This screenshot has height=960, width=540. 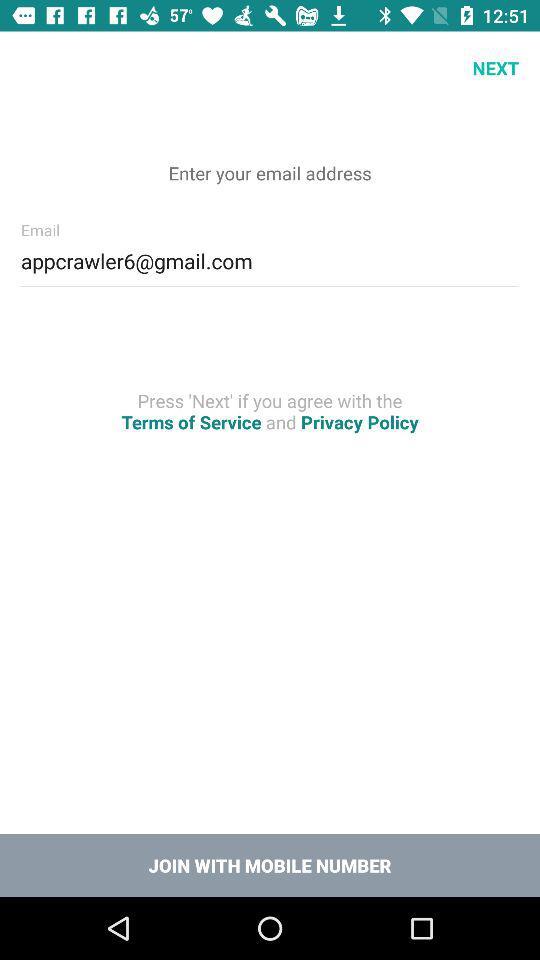 I want to click on the press next if at the center, so click(x=270, y=410).